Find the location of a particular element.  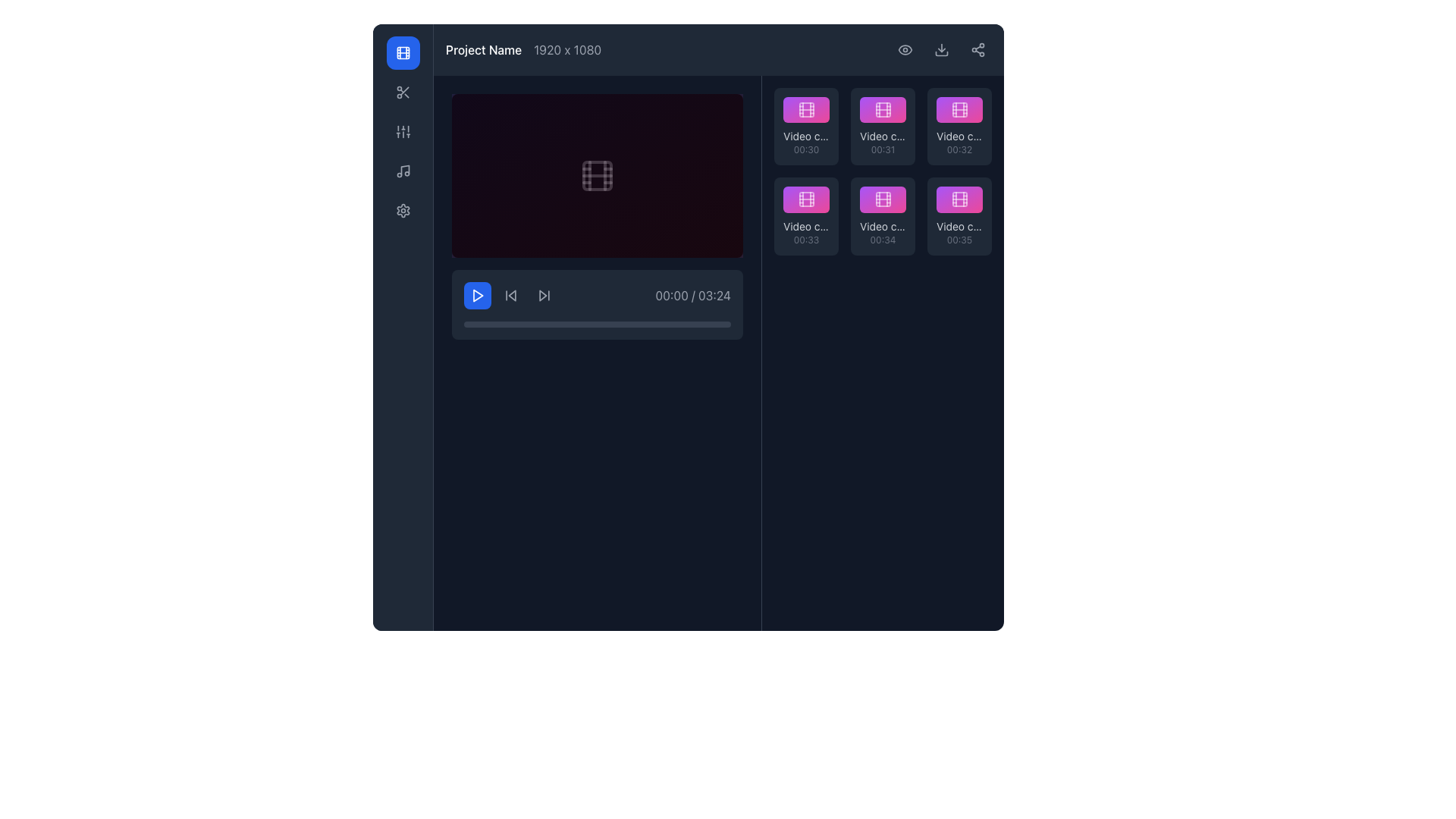

the triangular play icon located within the blue circular button on the left side of the media control bar is located at coordinates (476, 295).